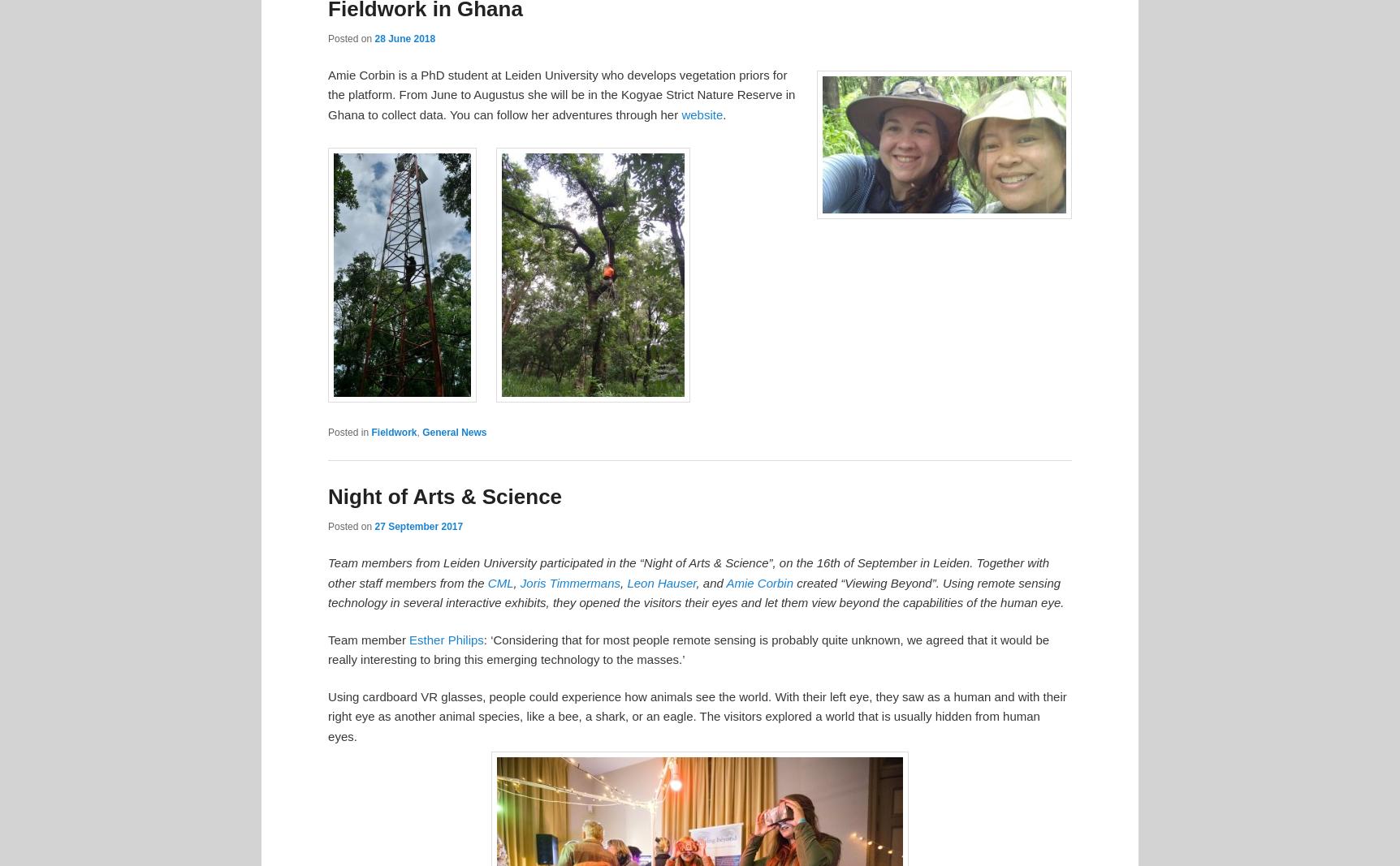 This screenshot has height=866, width=1400. What do you see at coordinates (453, 431) in the screenshot?
I see `'General News'` at bounding box center [453, 431].